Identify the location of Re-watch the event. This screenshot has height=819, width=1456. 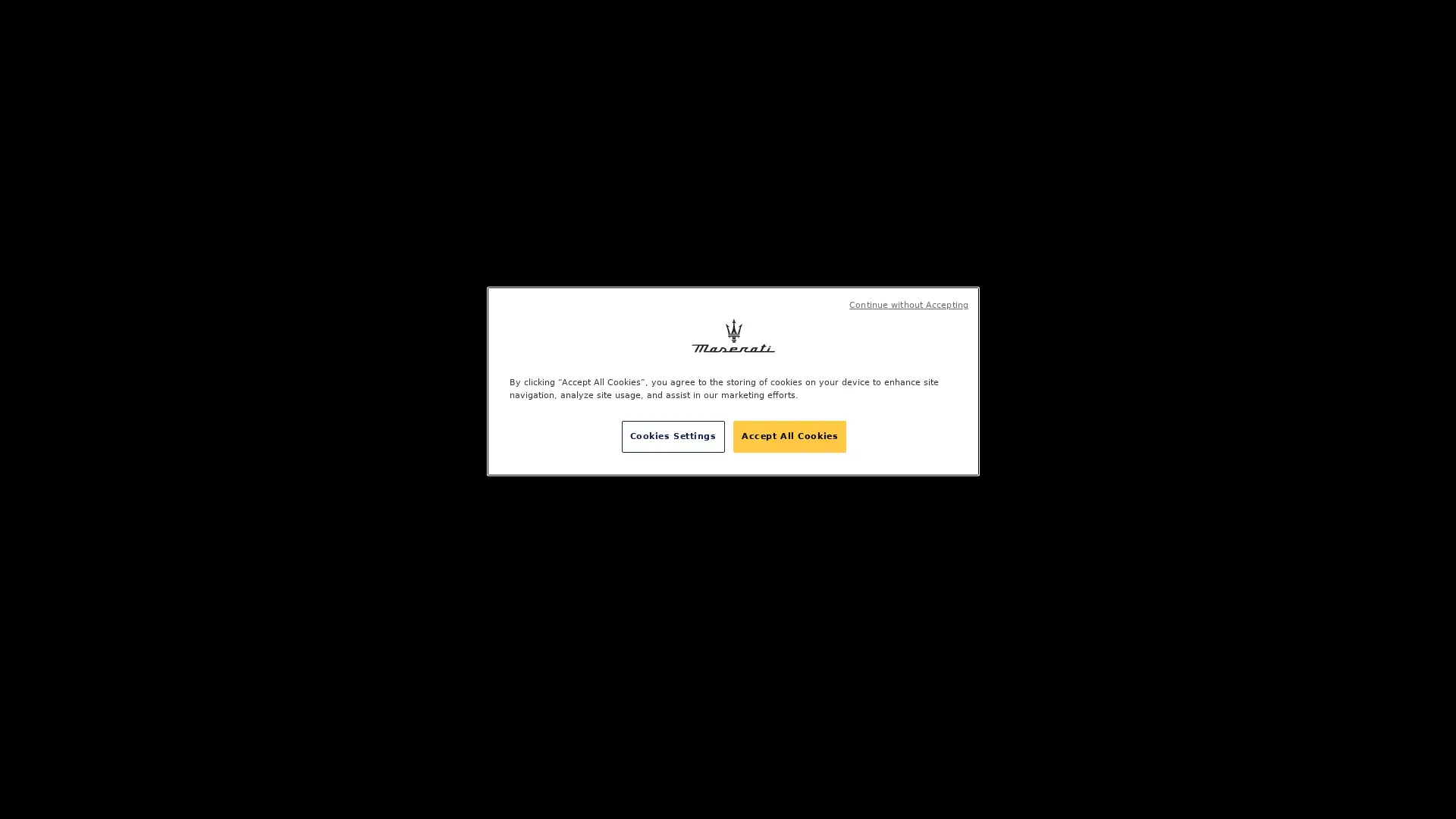
(869, 409).